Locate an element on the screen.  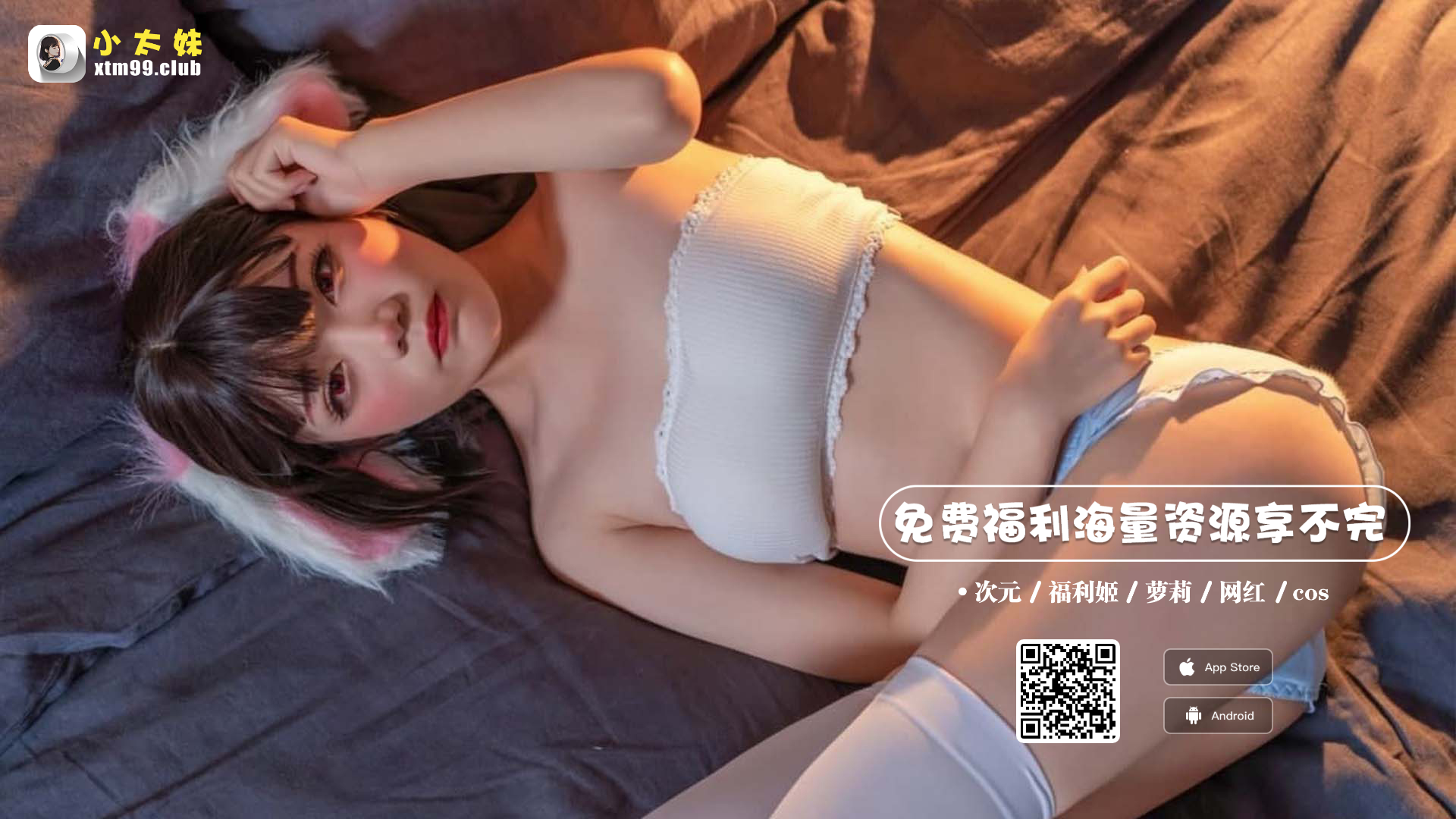
'https://ojjo1ndj.top/?channel_code=OSM03S40' is located at coordinates (1089, 691).